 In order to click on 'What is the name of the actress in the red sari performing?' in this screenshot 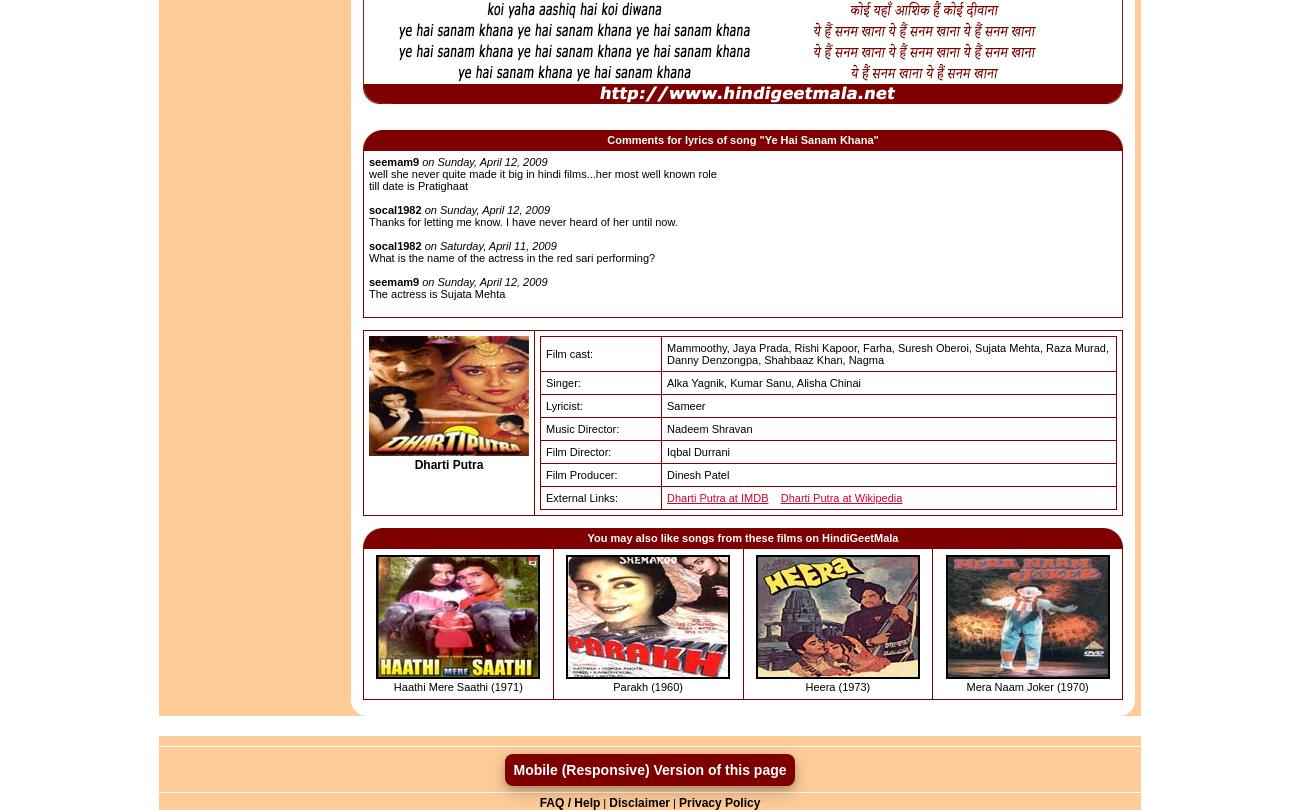, I will do `click(511, 256)`.